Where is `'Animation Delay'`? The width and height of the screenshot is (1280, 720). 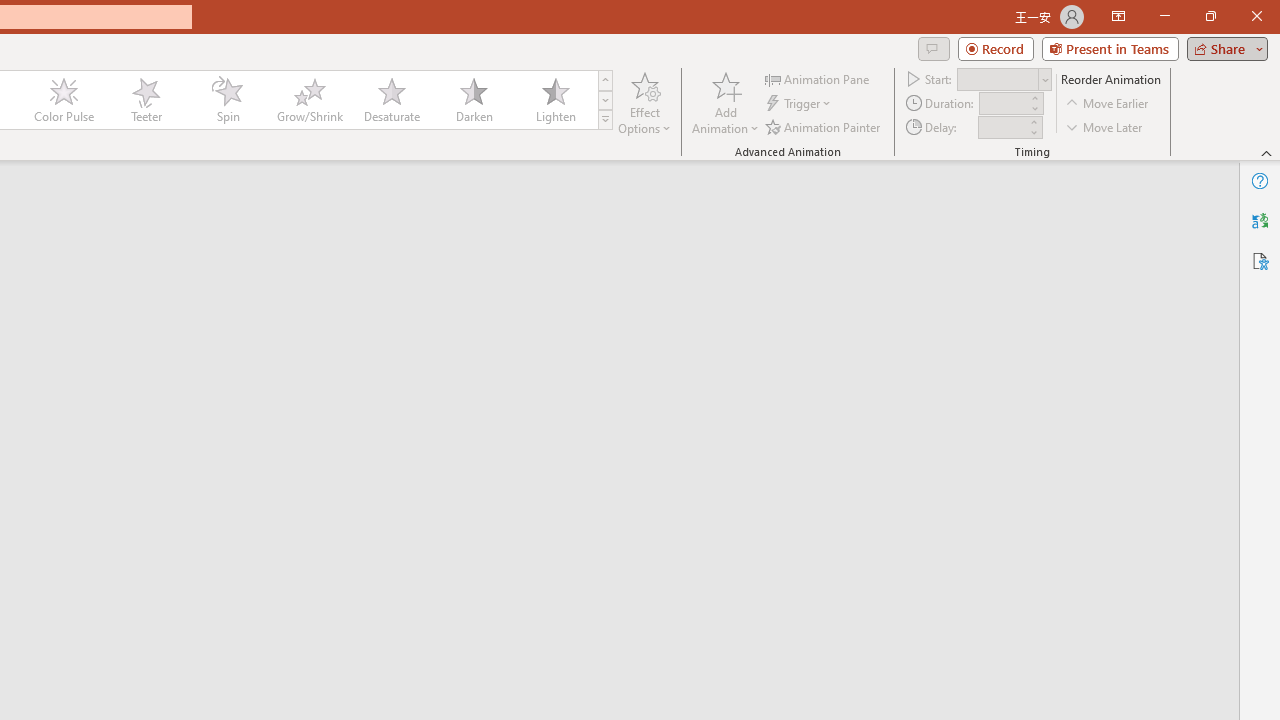
'Animation Delay' is located at coordinates (1002, 127).